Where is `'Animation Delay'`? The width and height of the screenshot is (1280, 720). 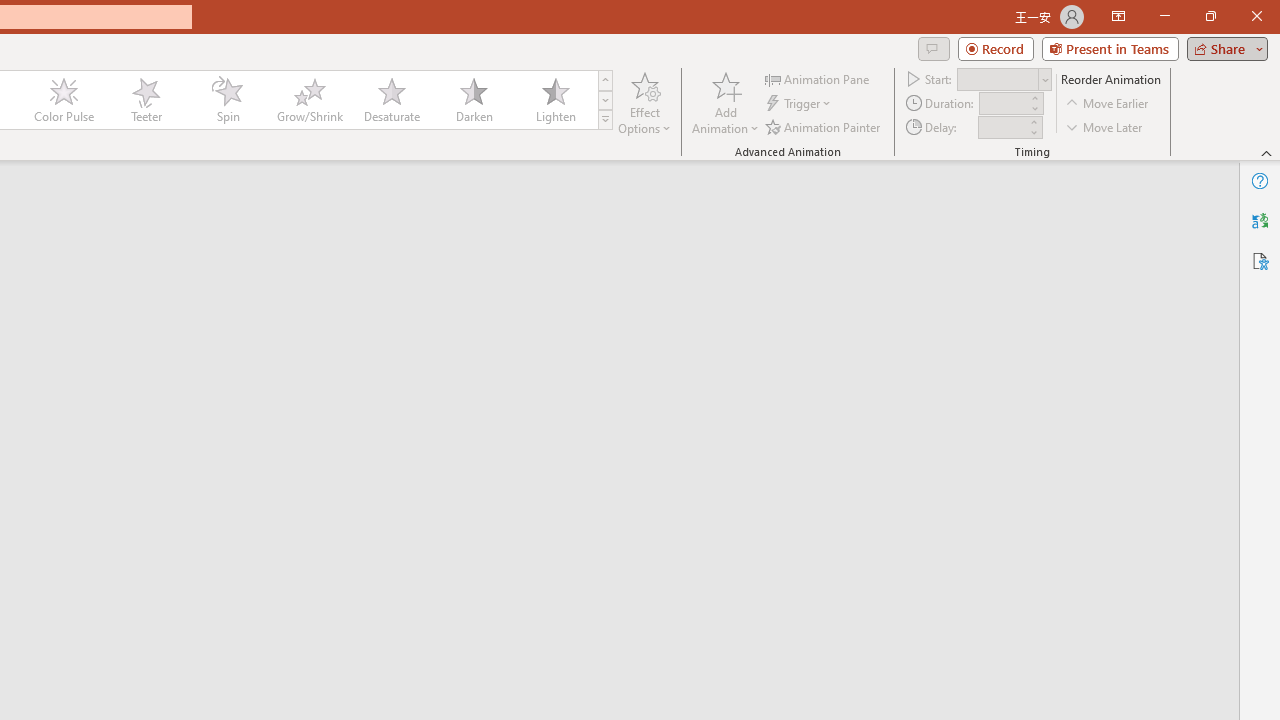
'Animation Delay' is located at coordinates (1002, 127).